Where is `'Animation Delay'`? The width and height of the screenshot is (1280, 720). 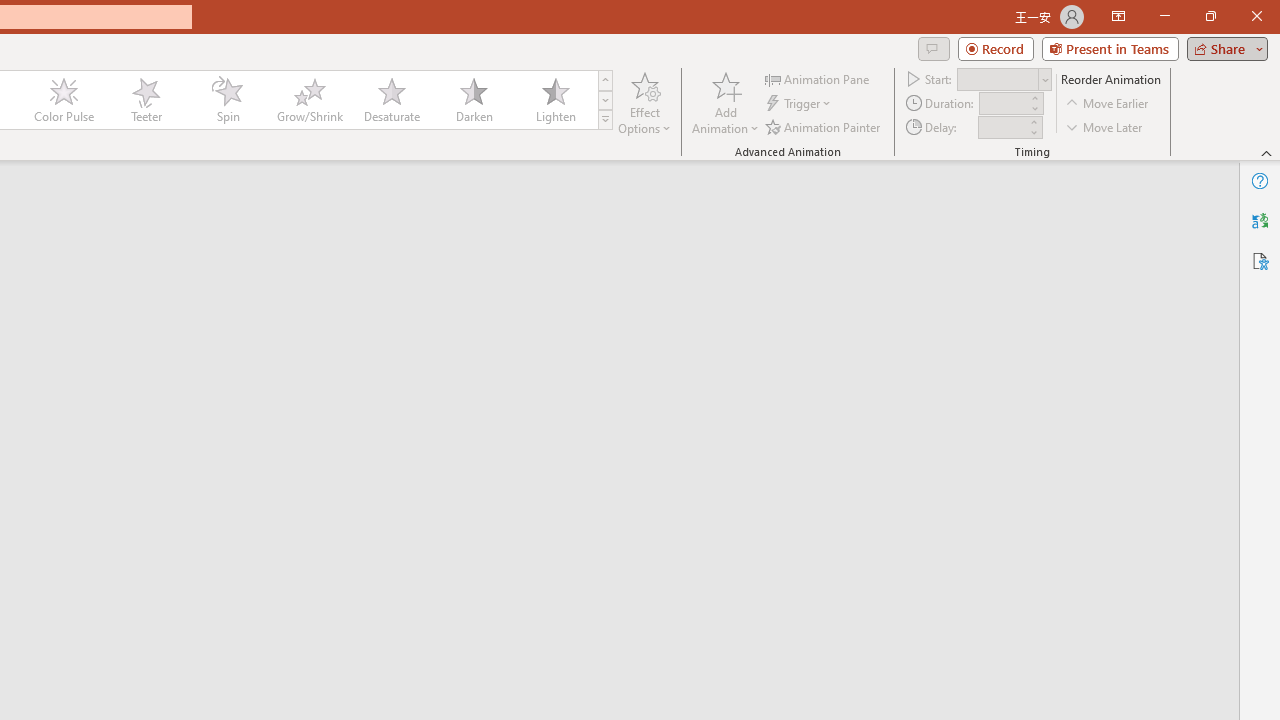
'Animation Delay' is located at coordinates (1002, 127).